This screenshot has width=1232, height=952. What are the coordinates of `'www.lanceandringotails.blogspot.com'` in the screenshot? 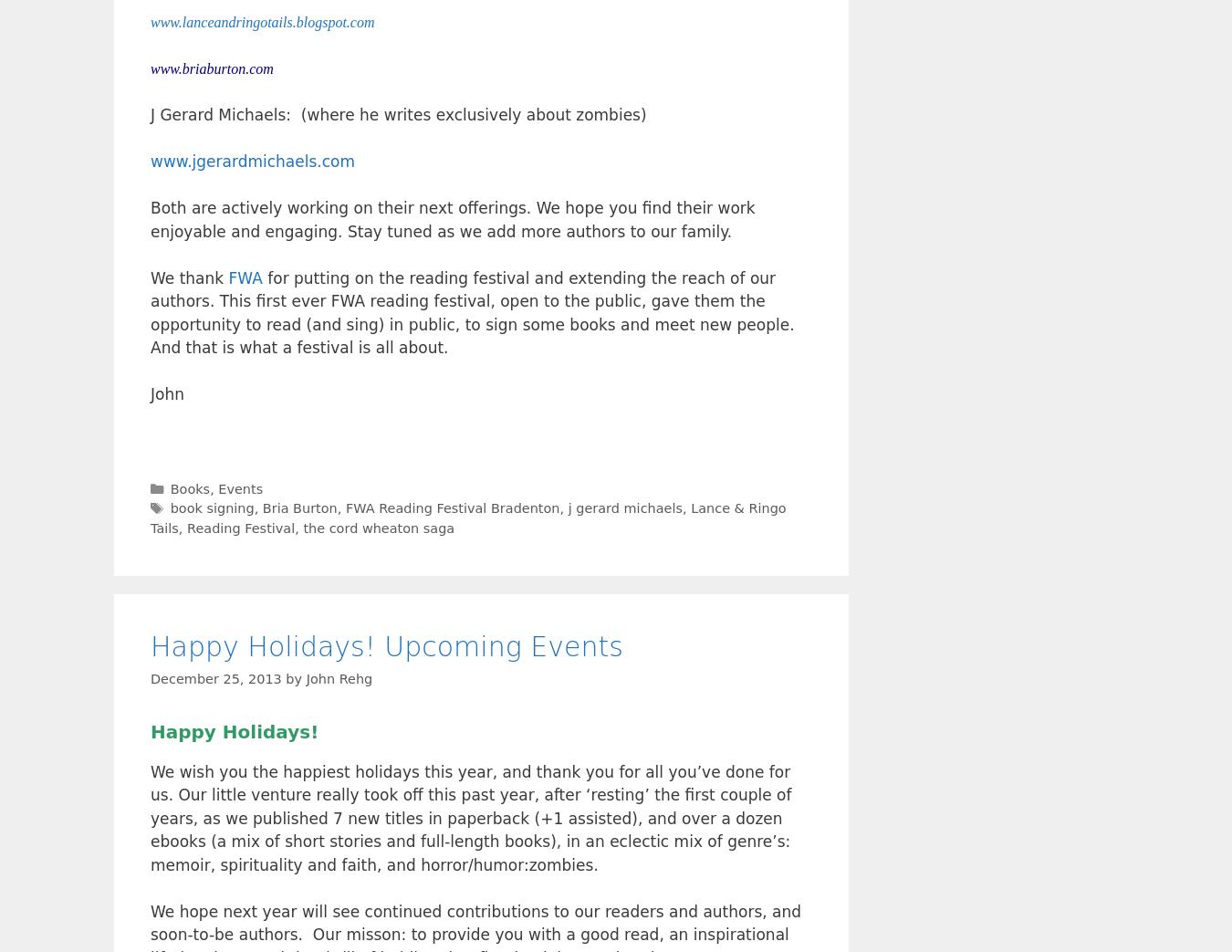 It's located at (261, 21).